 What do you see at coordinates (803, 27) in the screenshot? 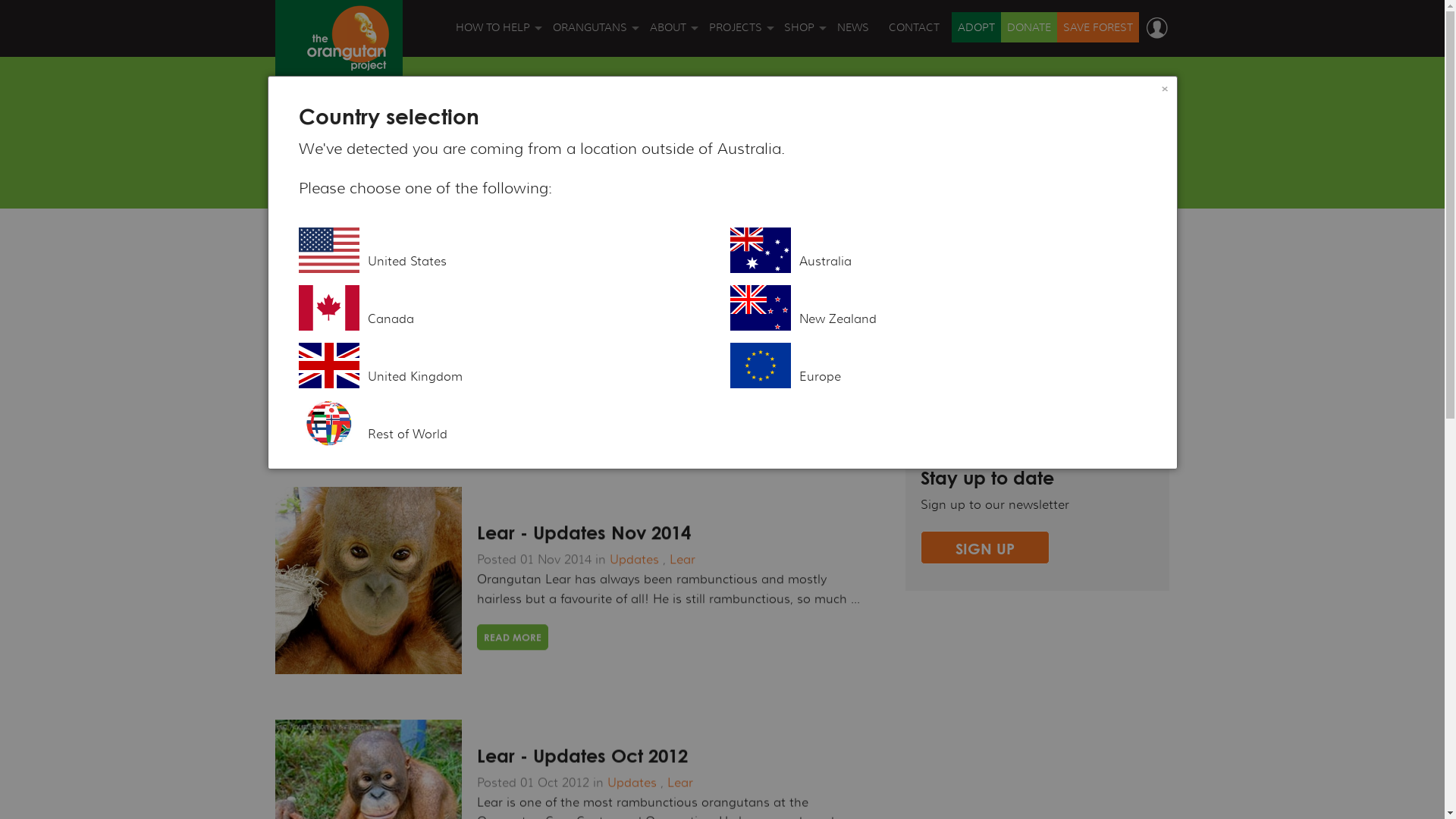
I see `'SHOP'` at bounding box center [803, 27].